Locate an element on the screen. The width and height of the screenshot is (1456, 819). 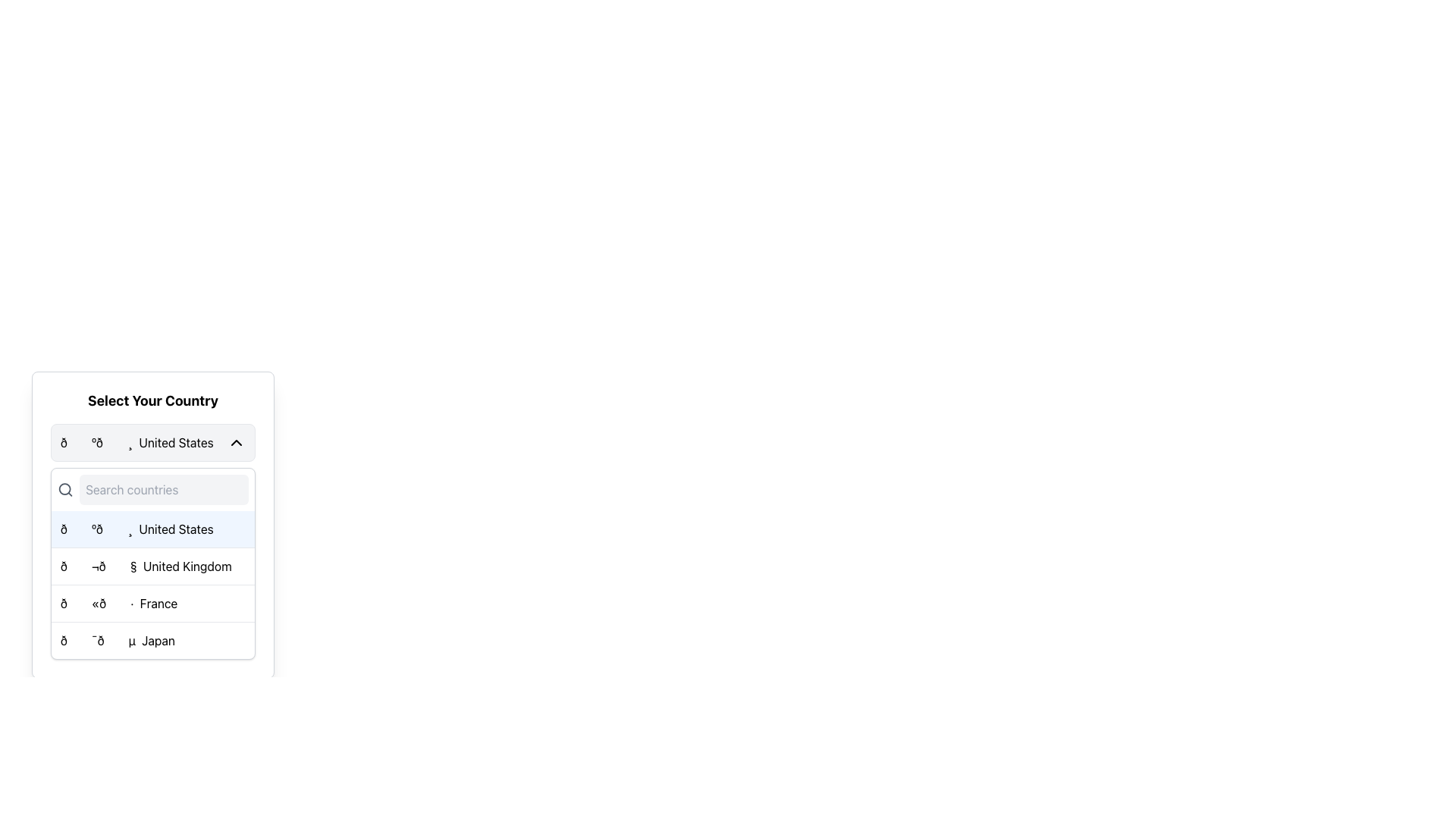
the fourth option in the dropdown menu titled 'Select Your Country' is located at coordinates (97, 640).